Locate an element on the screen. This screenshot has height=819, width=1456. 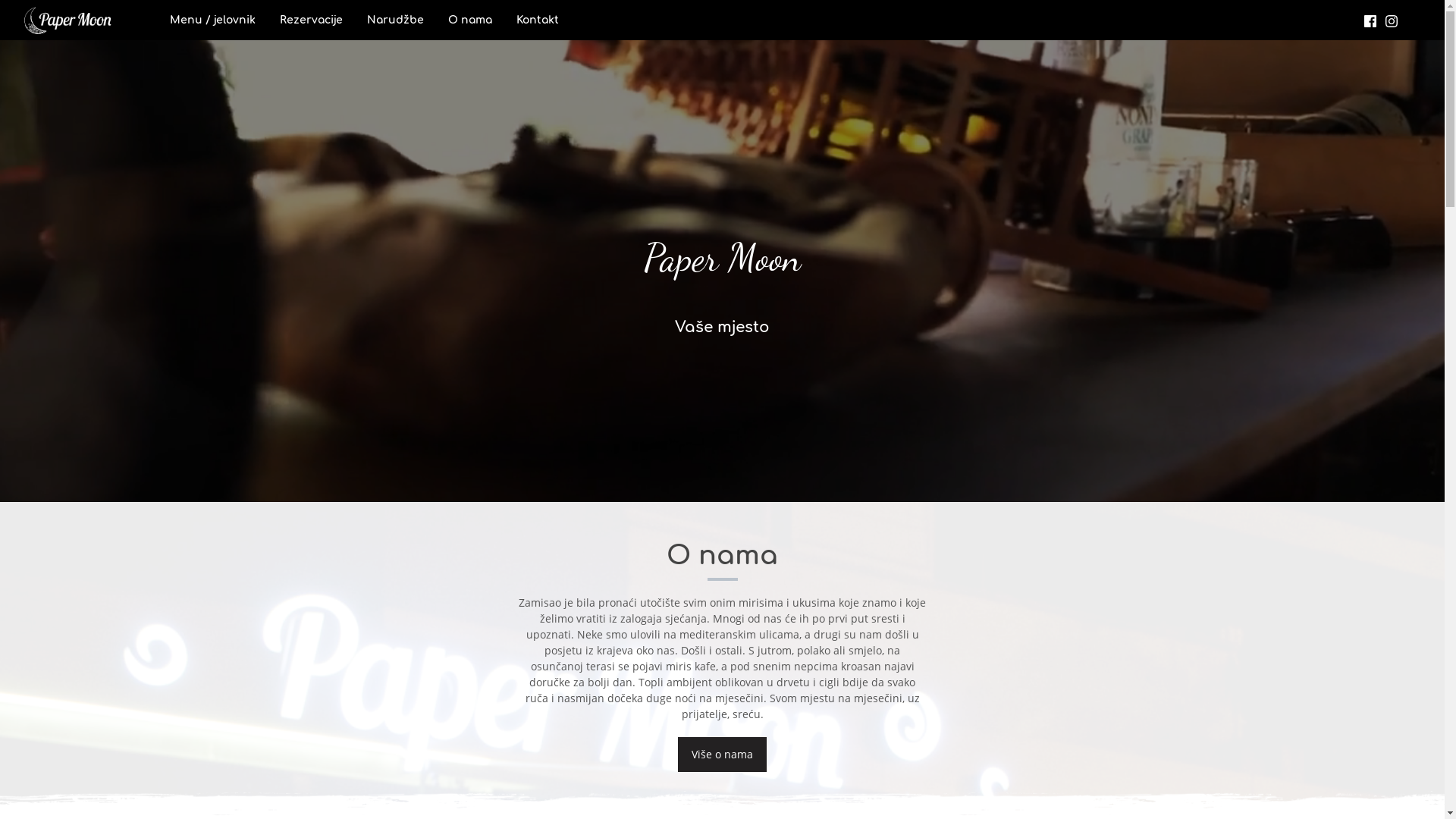
'Rezervacije' is located at coordinates (310, 20).